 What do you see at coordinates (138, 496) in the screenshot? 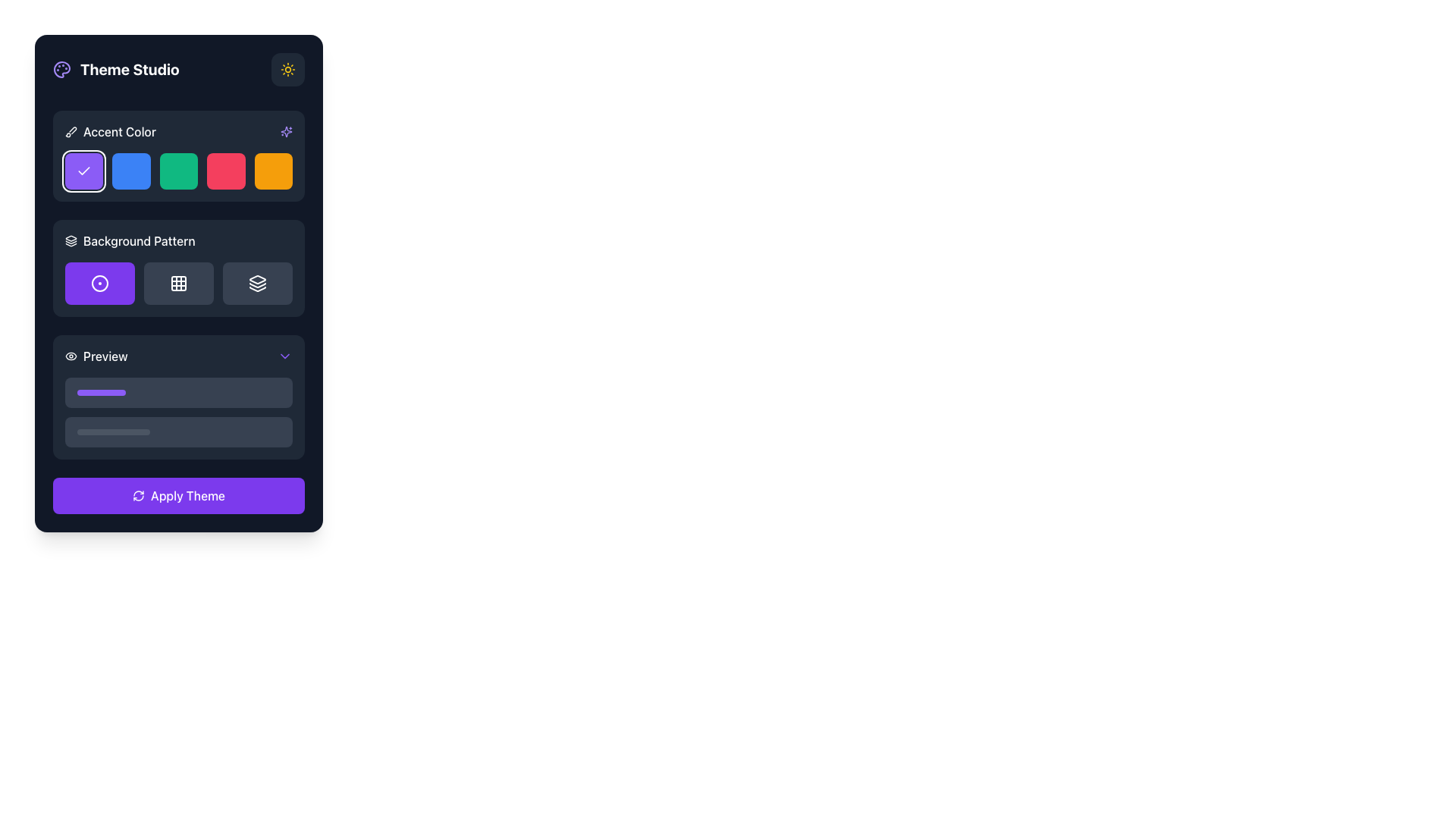
I see `the refresh icon representing a refresh action, which is part of the 'Apply Theme' button, located near the bottom of the interface` at bounding box center [138, 496].